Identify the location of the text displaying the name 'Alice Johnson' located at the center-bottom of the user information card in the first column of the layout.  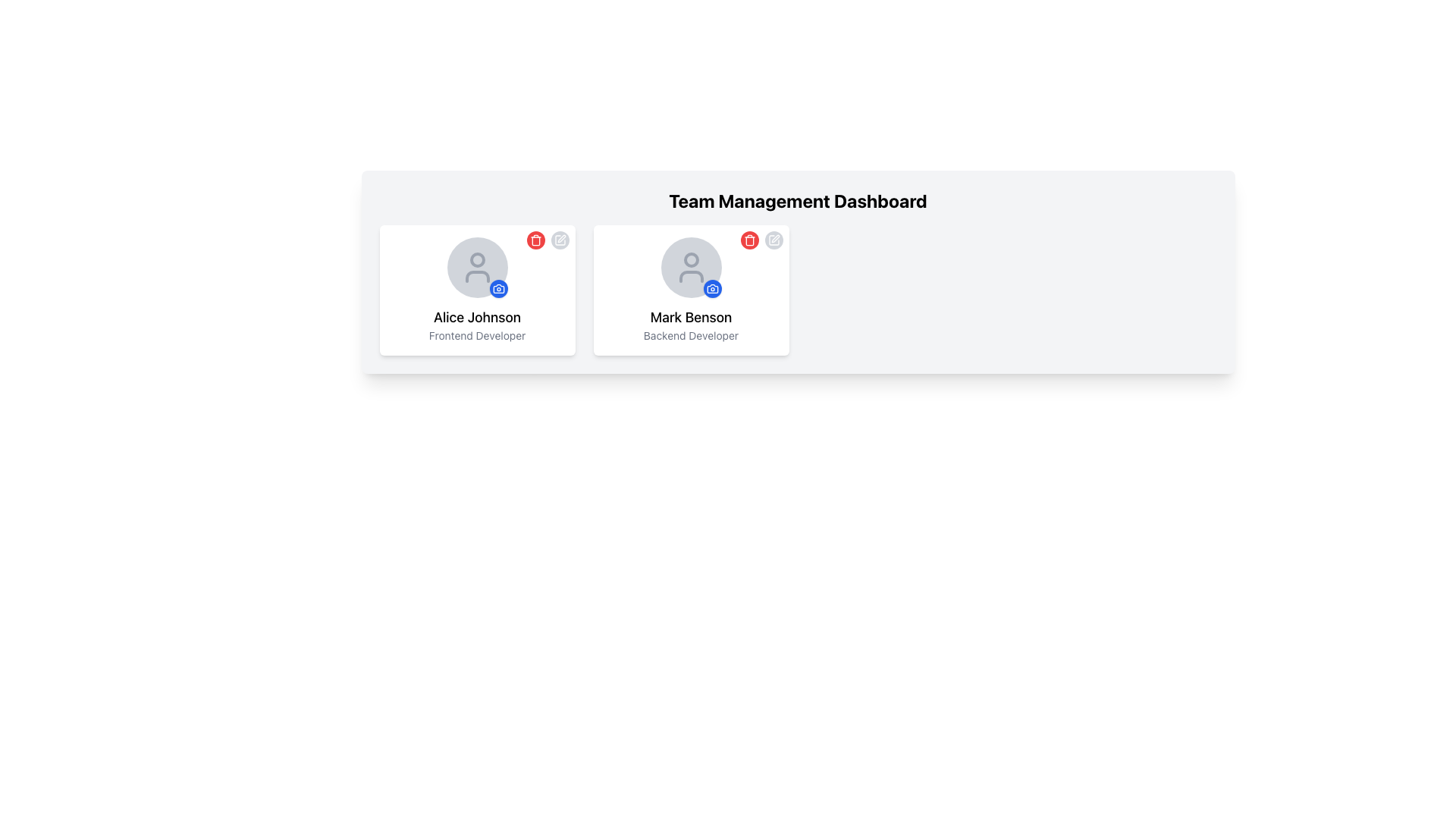
(476, 317).